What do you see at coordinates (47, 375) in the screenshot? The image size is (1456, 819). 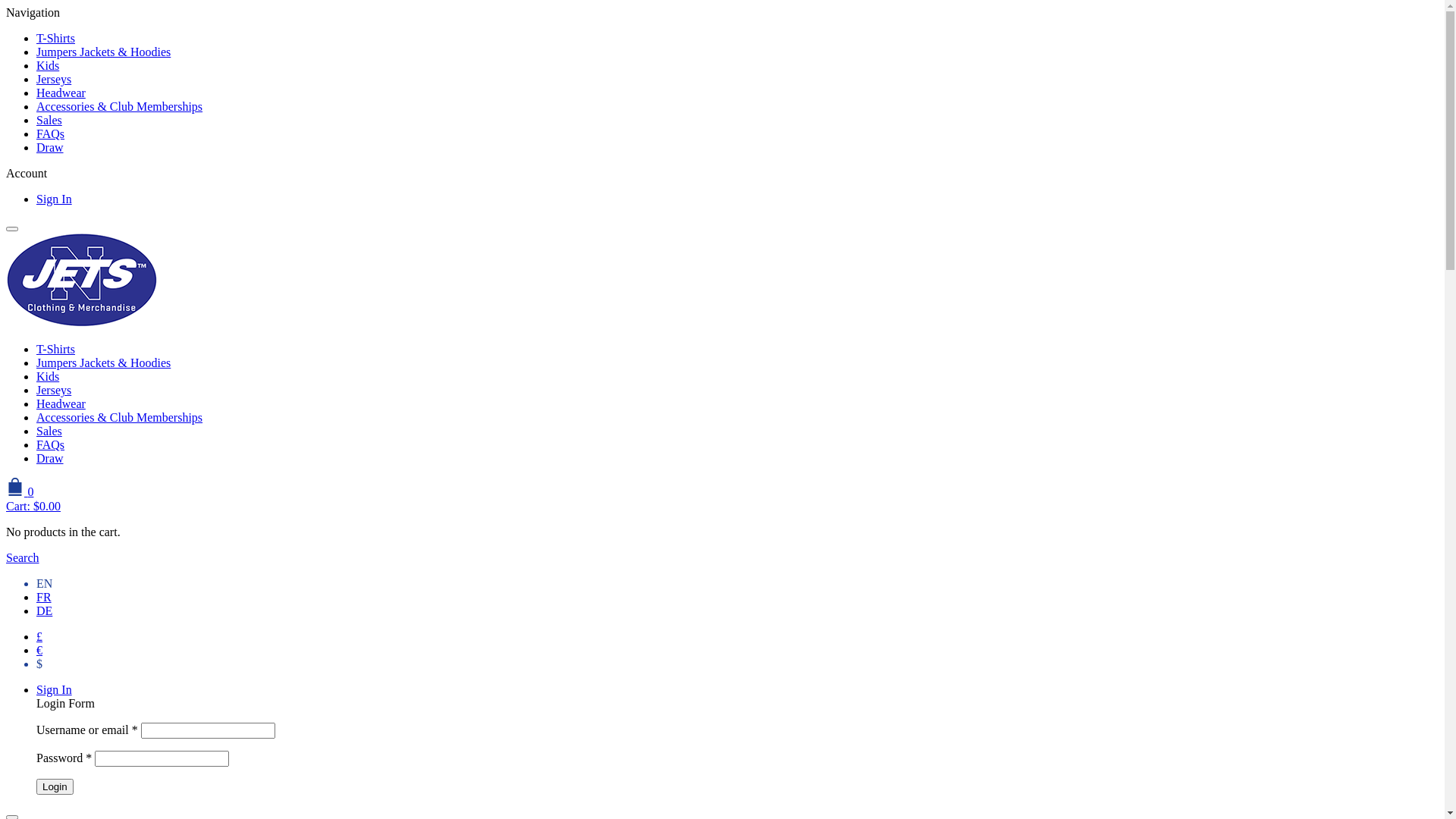 I see `'Kids'` at bounding box center [47, 375].